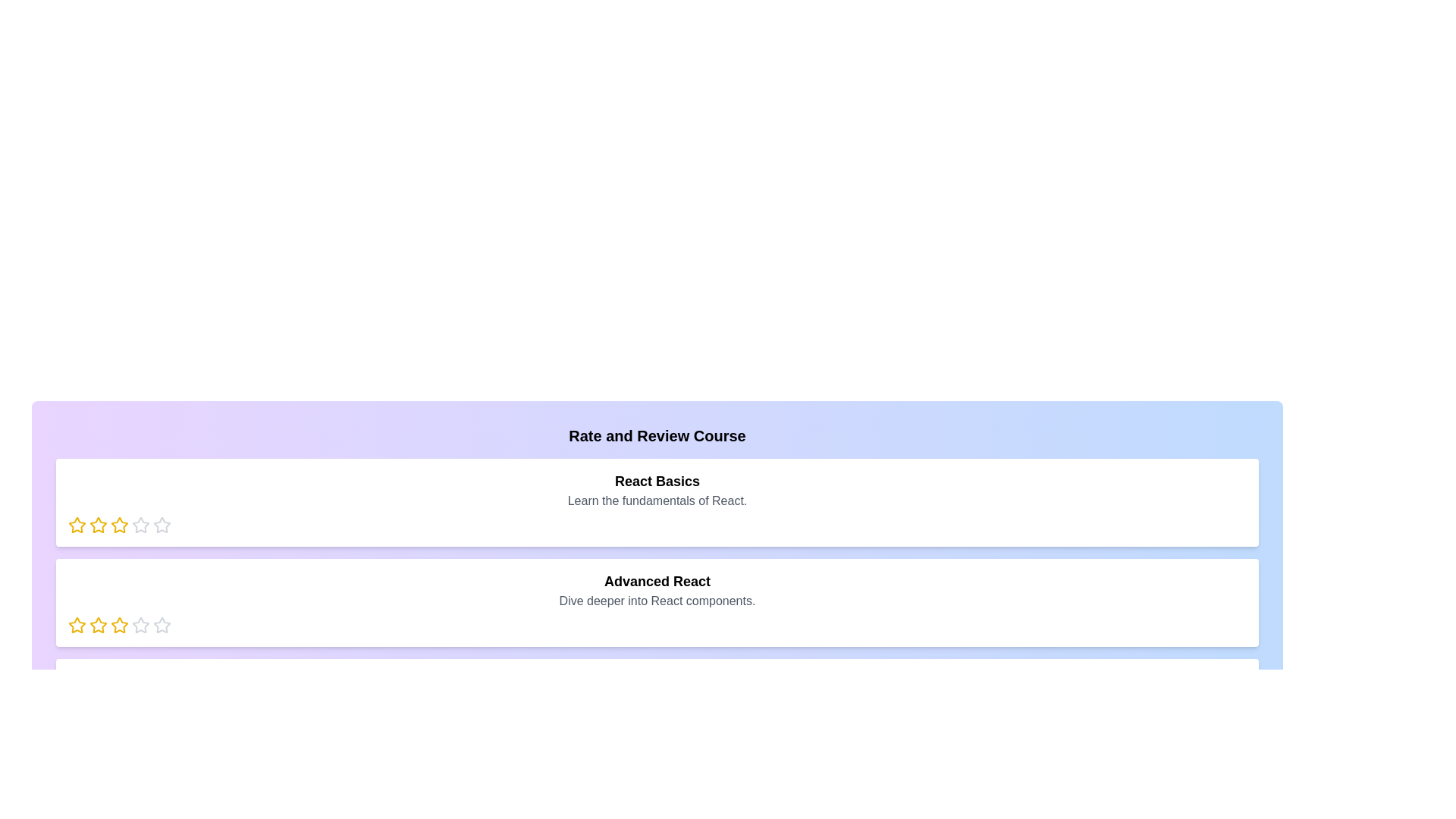  What do you see at coordinates (162, 626) in the screenshot?
I see `the fifth gray star icon used for rating purposes, located below the 'Advanced React' section` at bounding box center [162, 626].